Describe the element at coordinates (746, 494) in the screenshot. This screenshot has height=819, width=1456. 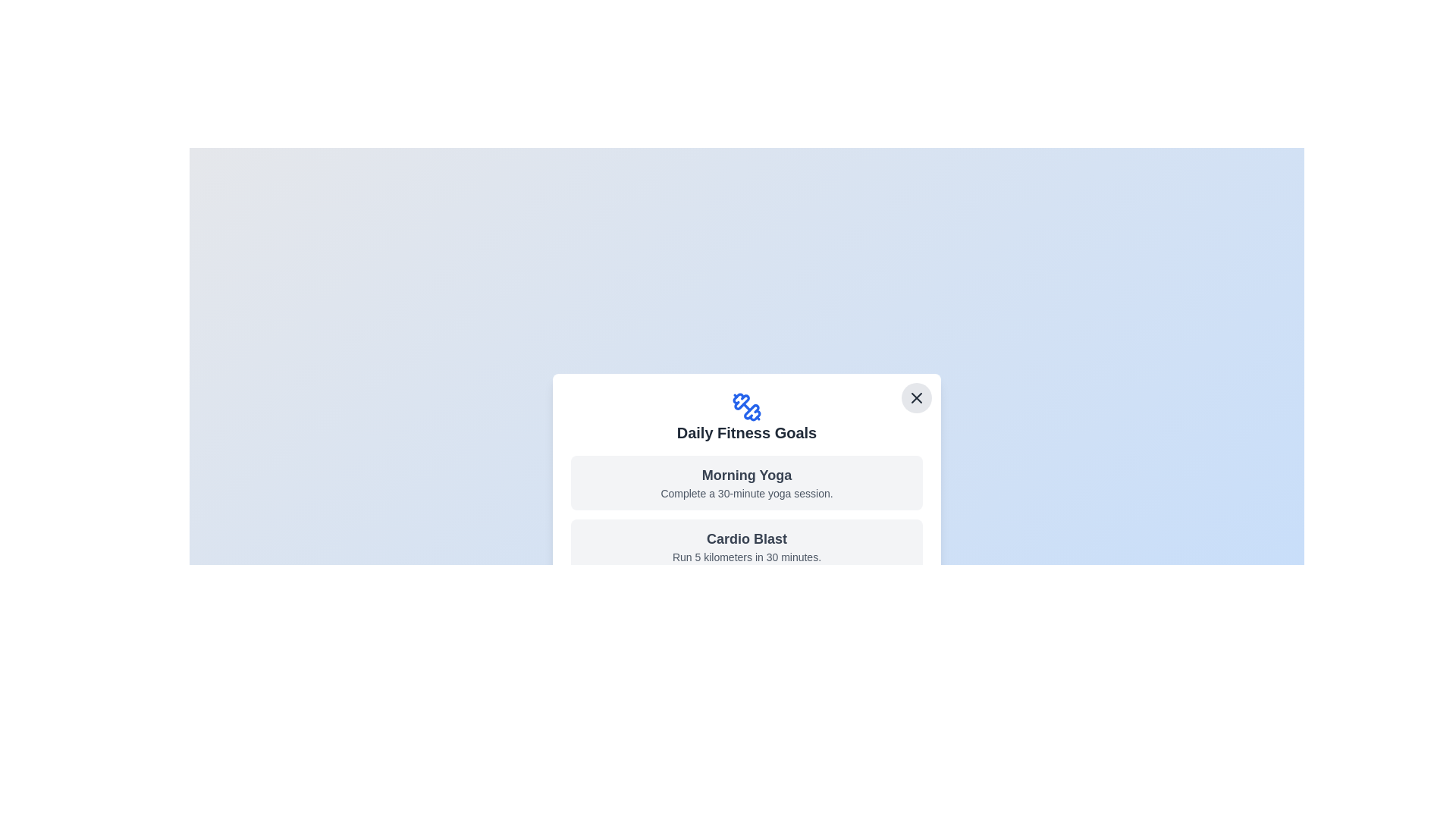
I see `the Text Label that provides details about the 'Morning Yoga' task, which is centrally aligned below the 'Morning Yoga' heading in the 'Daily Fitness Goals' interface` at that location.